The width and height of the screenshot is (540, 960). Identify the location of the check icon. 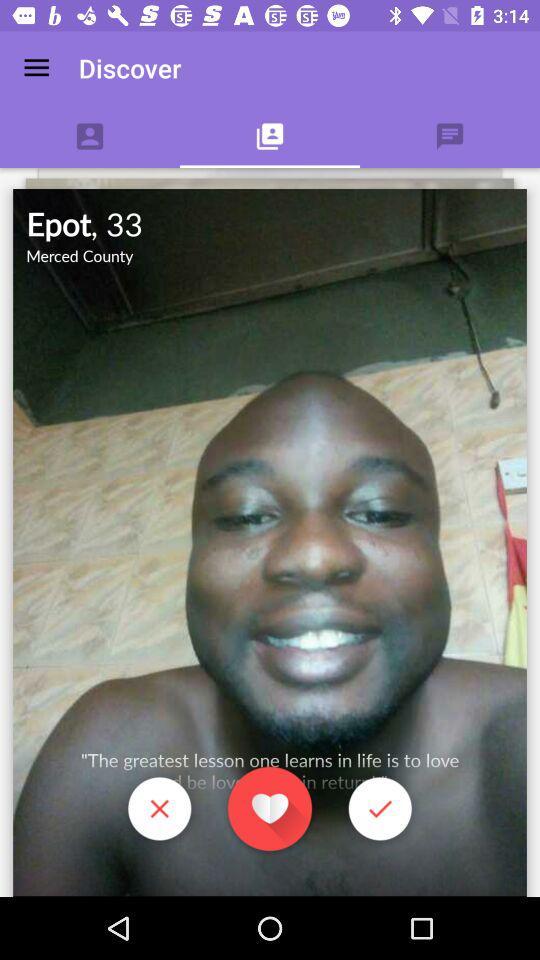
(380, 811).